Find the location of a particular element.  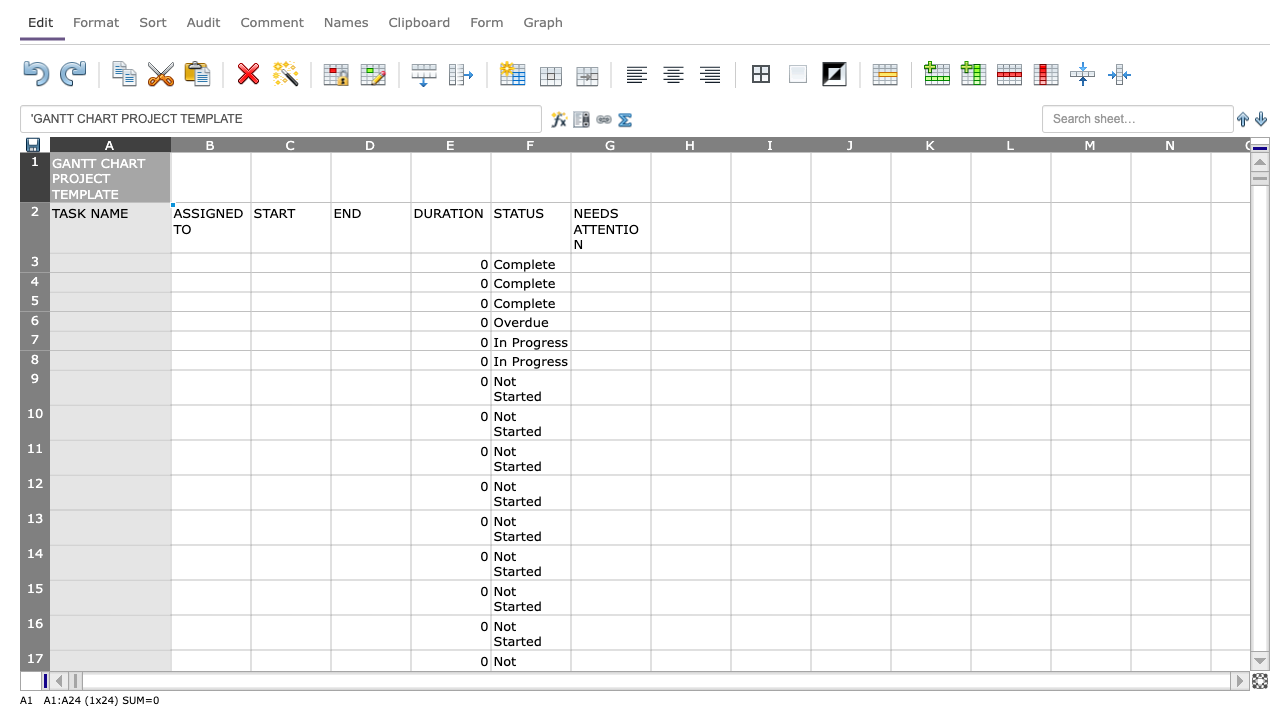

column C's right edge for resizing is located at coordinates (331, 143).